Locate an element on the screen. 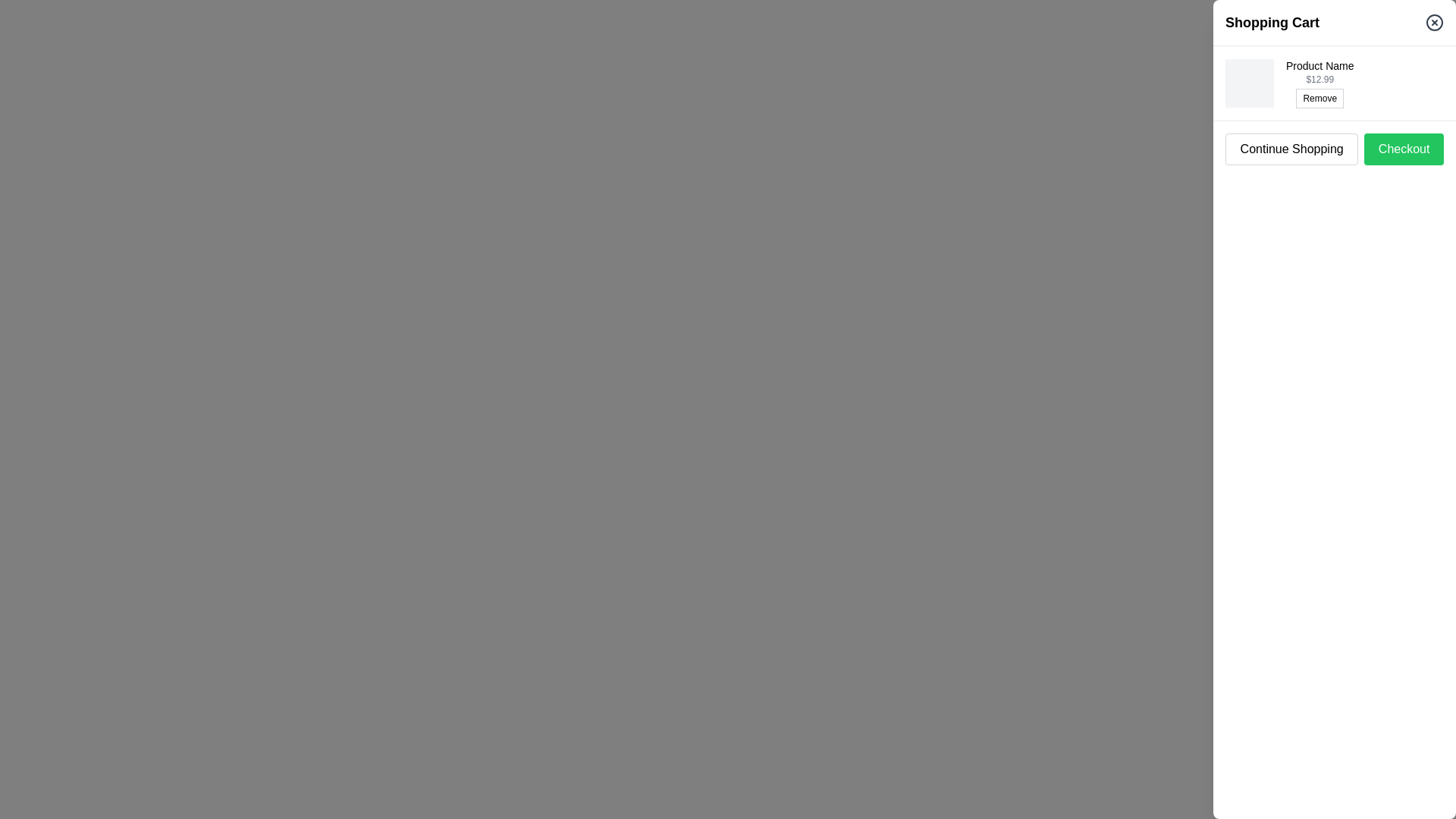  the button positioned below the price '$12.99' is located at coordinates (1318, 99).